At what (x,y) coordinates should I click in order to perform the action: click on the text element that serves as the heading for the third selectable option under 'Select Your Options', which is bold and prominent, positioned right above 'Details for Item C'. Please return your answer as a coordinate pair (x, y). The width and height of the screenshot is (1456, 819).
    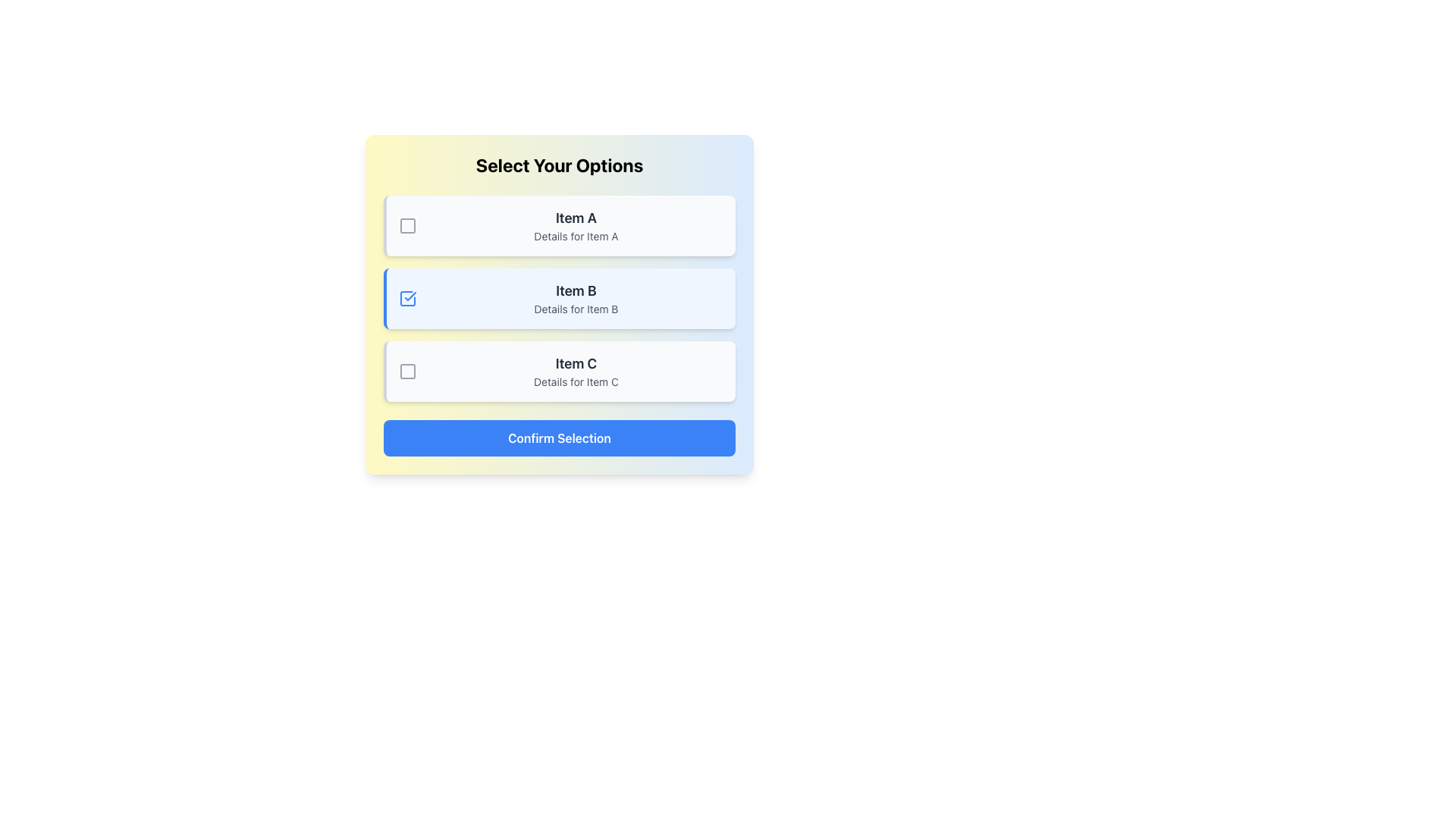
    Looking at the image, I should click on (575, 363).